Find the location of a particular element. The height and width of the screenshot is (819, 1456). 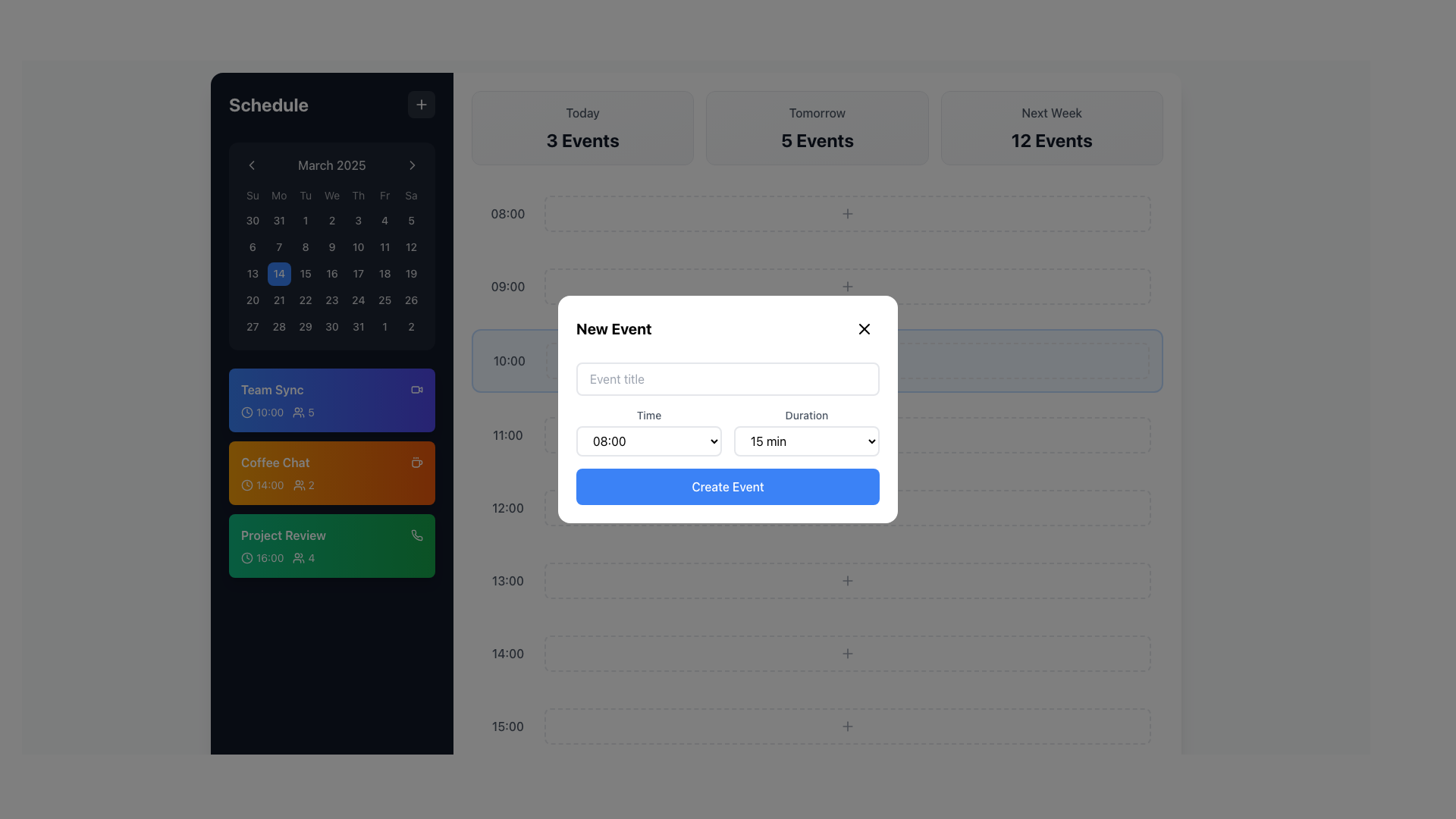

the date selector button in the calendar grid that displays events for March 2025, located in the second row and fourth column is located at coordinates (331, 246).